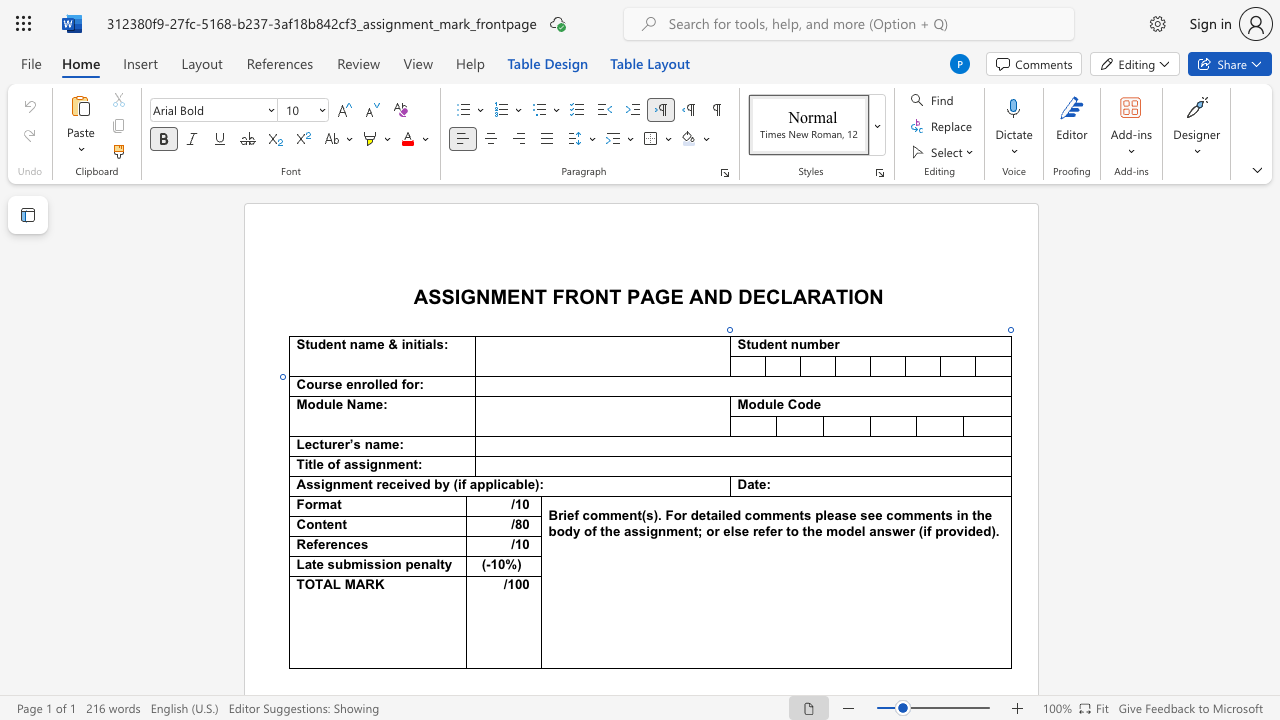 Image resolution: width=1280 pixels, height=720 pixels. What do you see at coordinates (339, 405) in the screenshot?
I see `the 1th character "e" in the text` at bounding box center [339, 405].